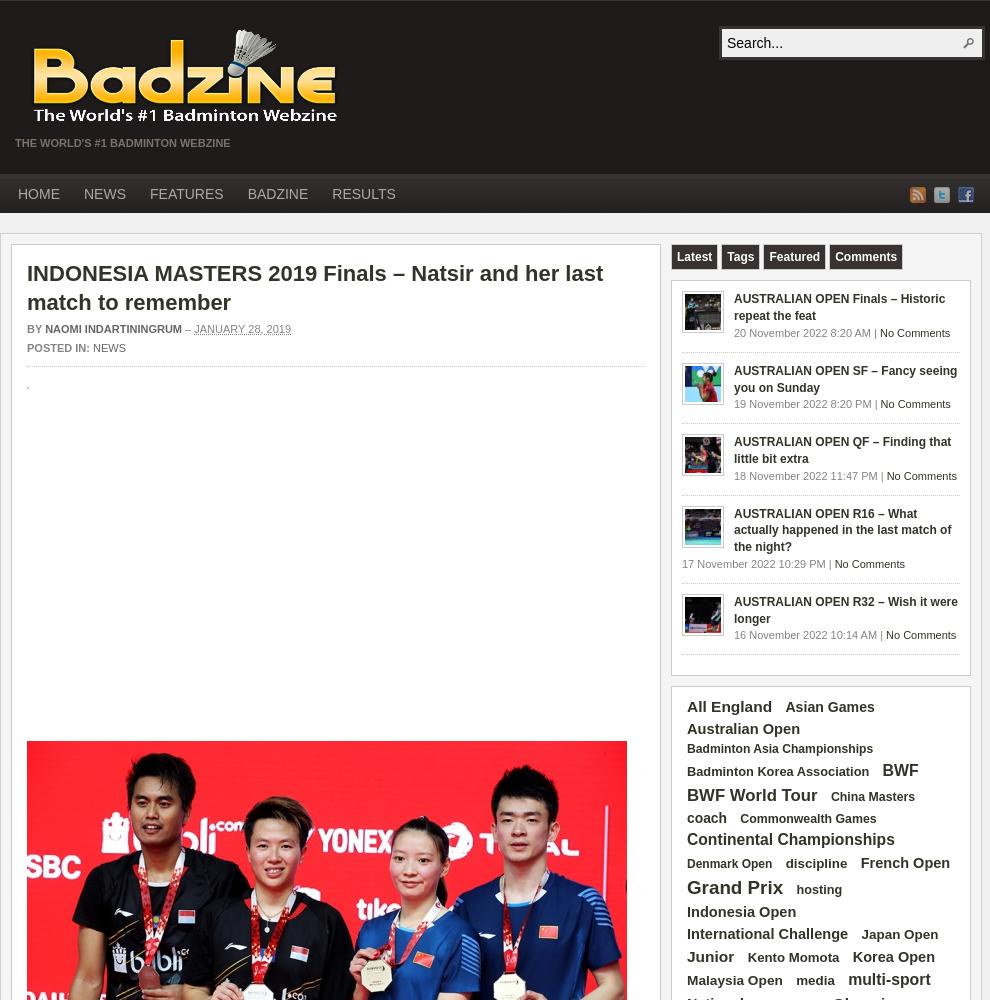 This screenshot has width=990, height=1000. What do you see at coordinates (845, 378) in the screenshot?
I see `'AUSTRALIAN OPEN SF – Fancy seeing you on Sunday'` at bounding box center [845, 378].